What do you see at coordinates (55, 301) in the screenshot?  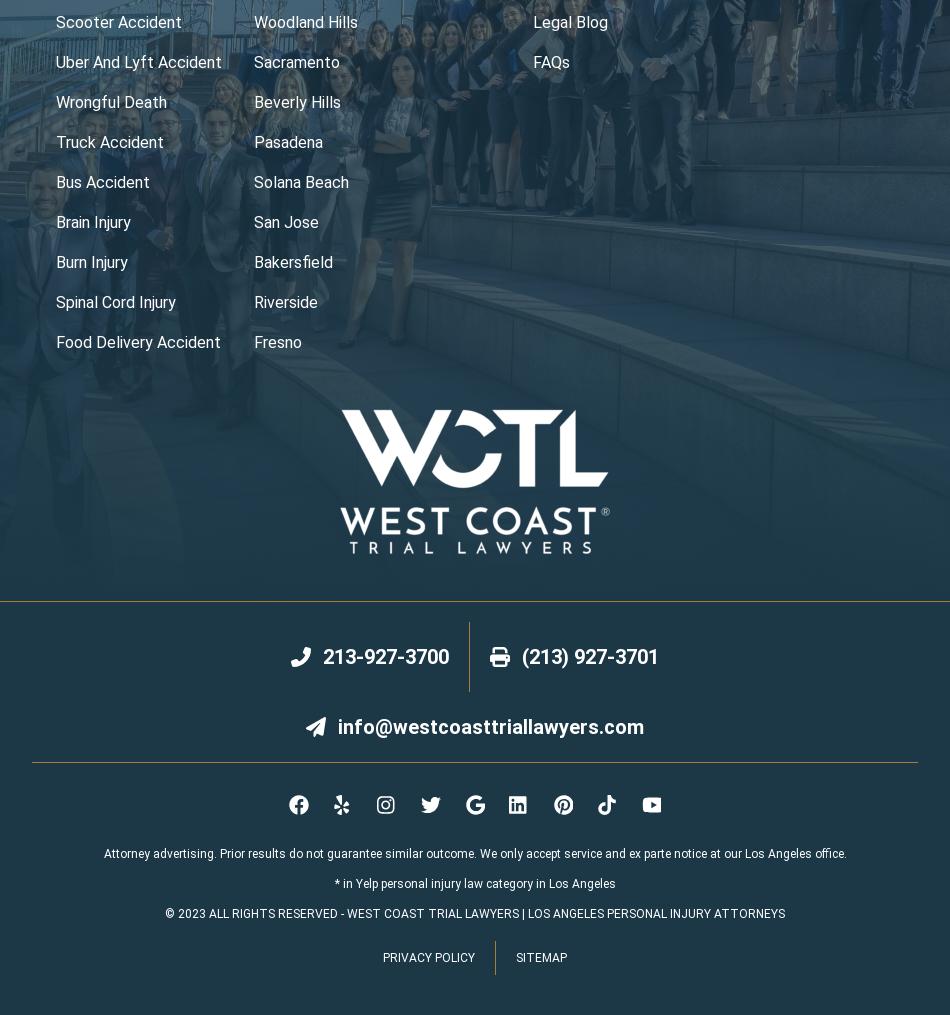 I see `'spinal cord injury'` at bounding box center [55, 301].